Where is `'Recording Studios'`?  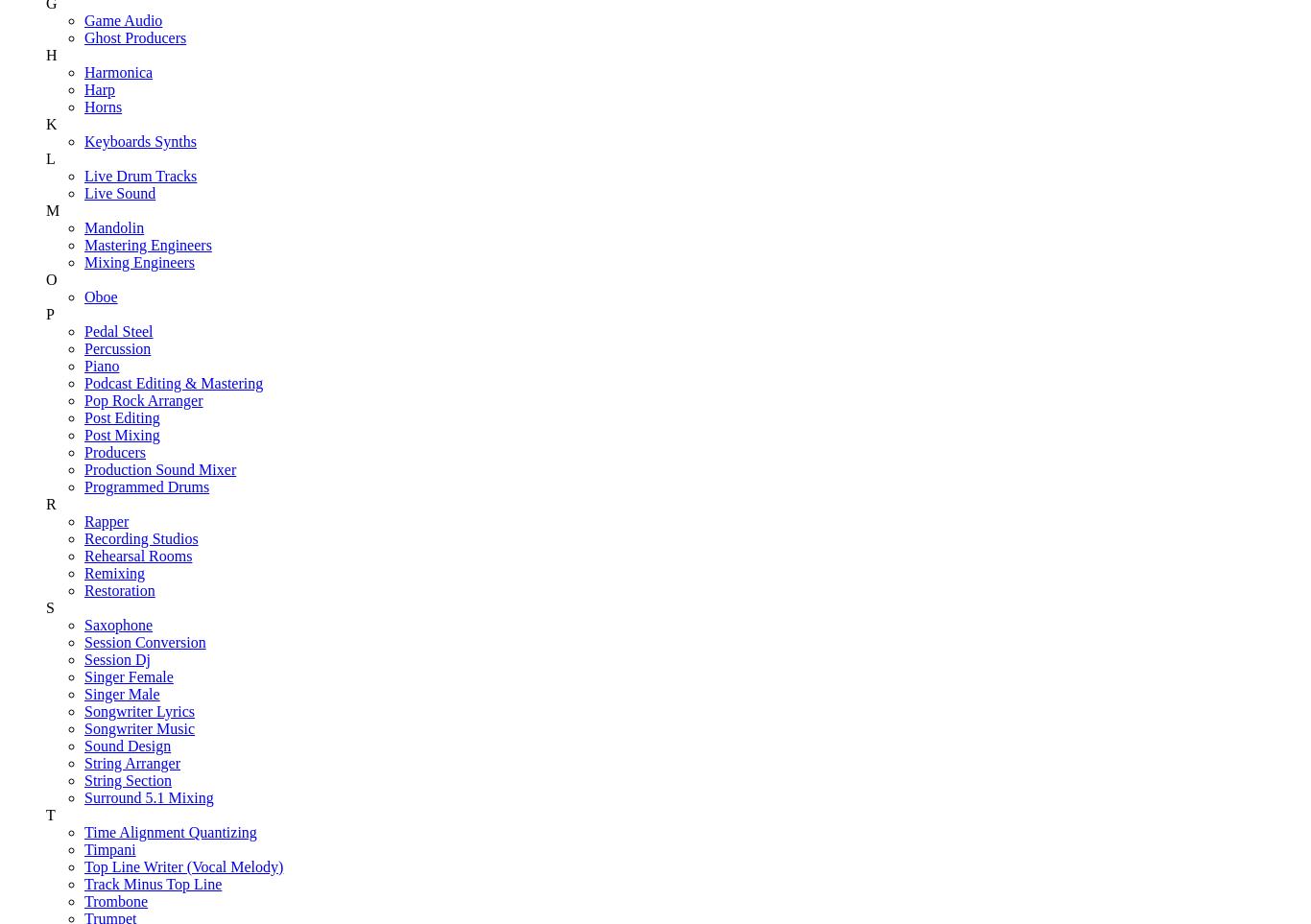
'Recording Studios' is located at coordinates (139, 536).